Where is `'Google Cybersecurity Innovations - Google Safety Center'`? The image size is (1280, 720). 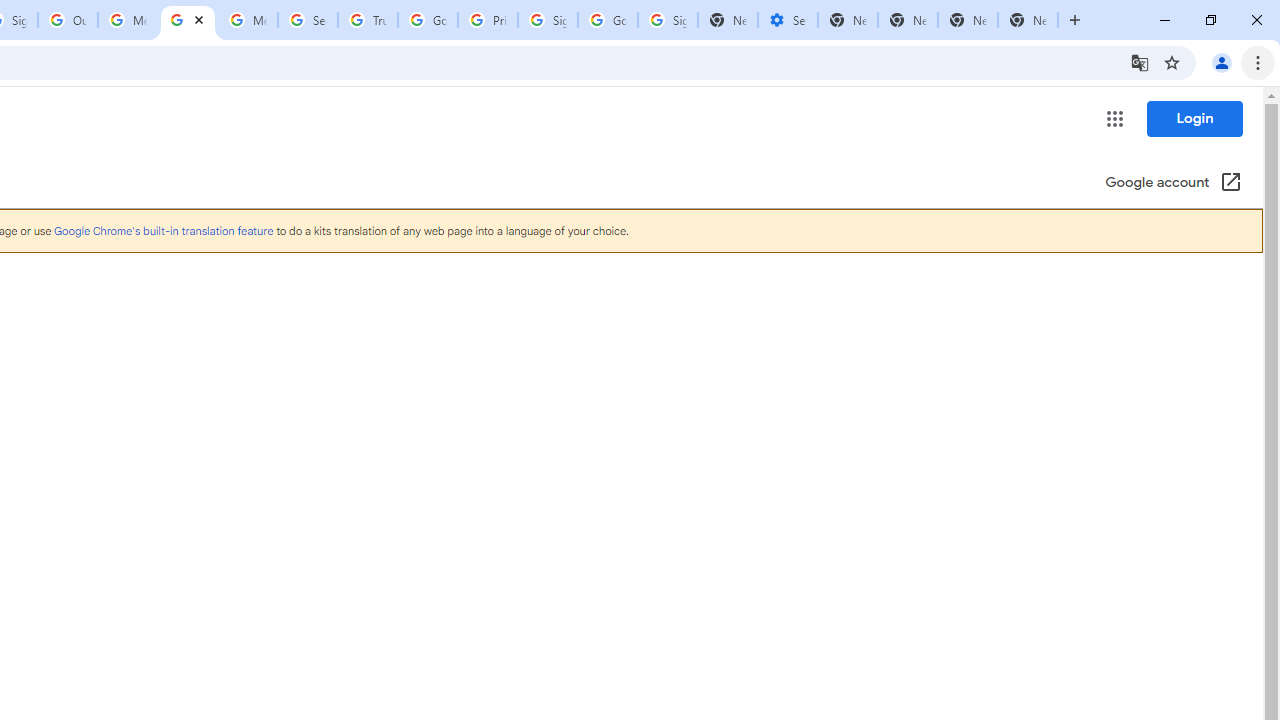 'Google Cybersecurity Innovations - Google Safety Center' is located at coordinates (607, 20).